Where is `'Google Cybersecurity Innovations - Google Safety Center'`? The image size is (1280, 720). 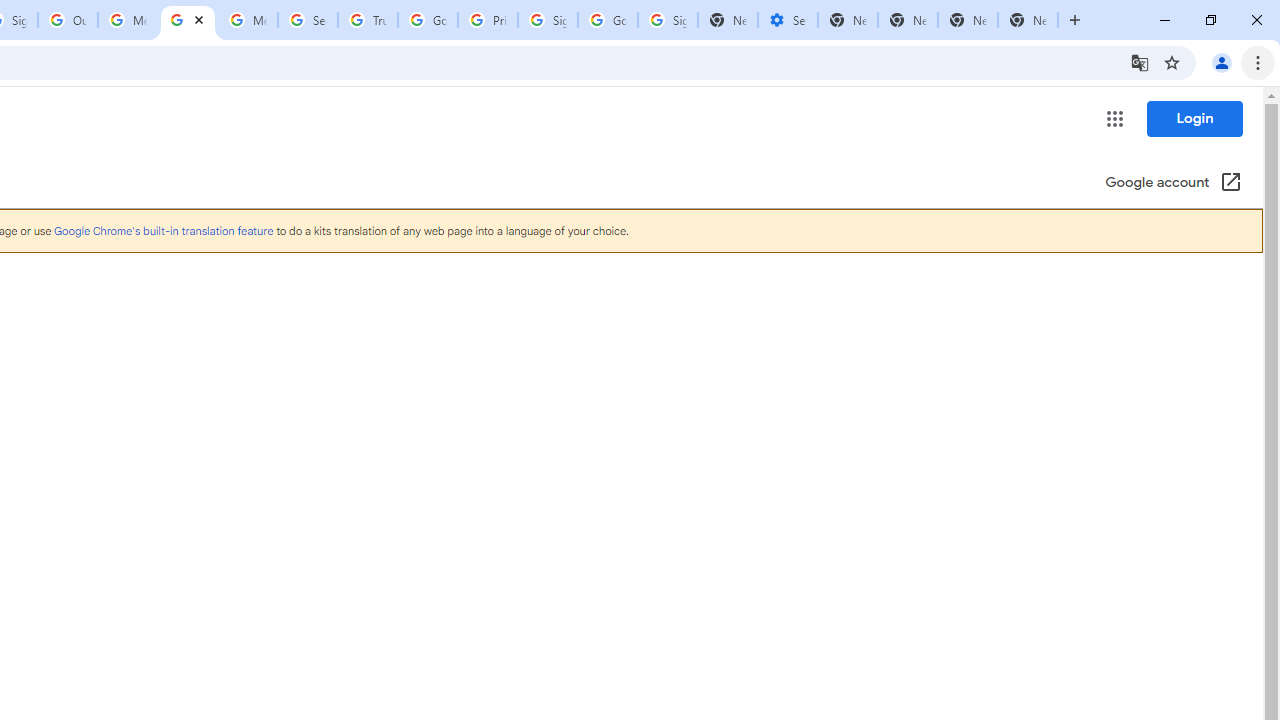 'Google Cybersecurity Innovations - Google Safety Center' is located at coordinates (607, 20).